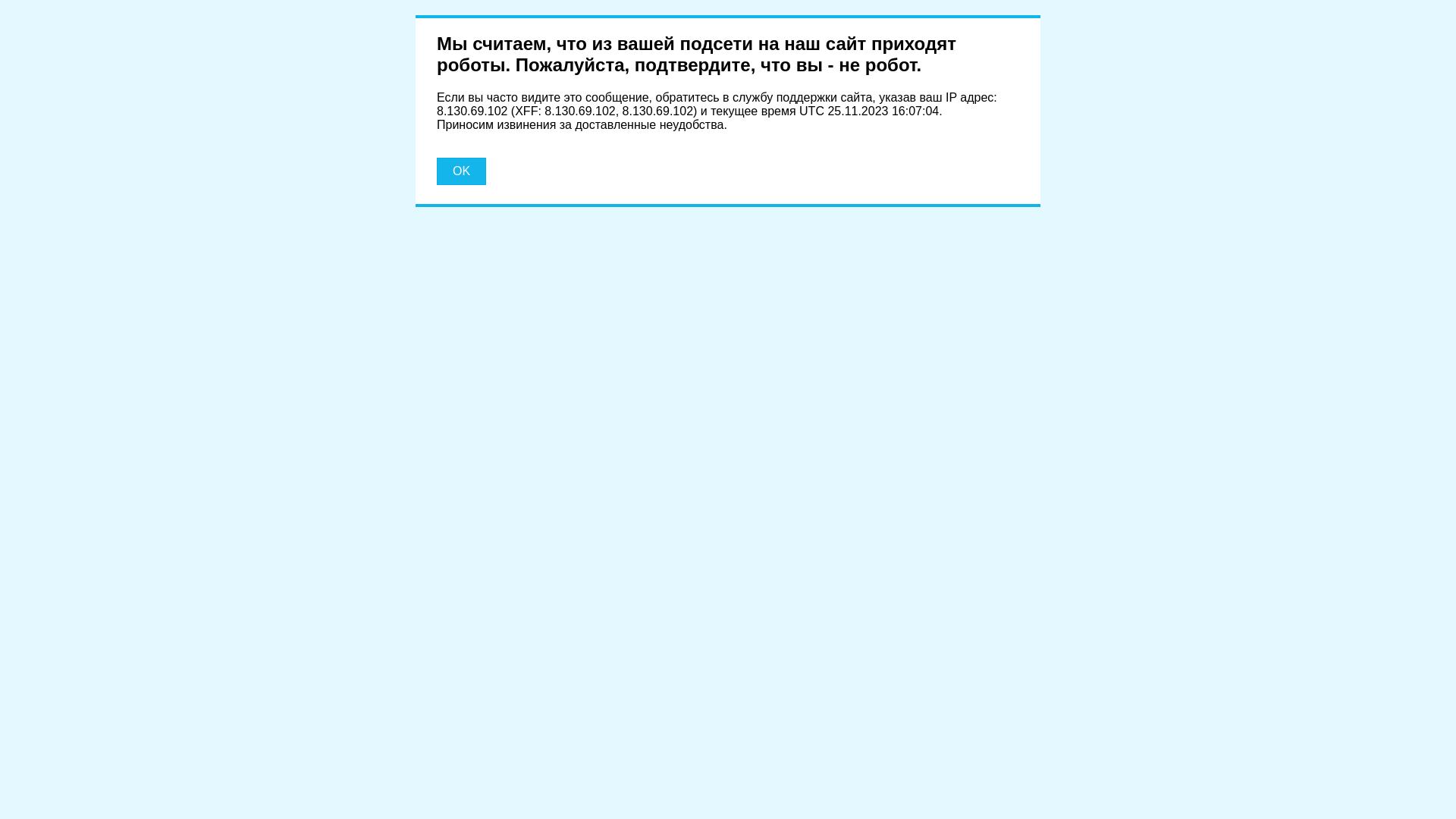 The width and height of the screenshot is (1456, 819). What do you see at coordinates (460, 171) in the screenshot?
I see `'OK'` at bounding box center [460, 171].